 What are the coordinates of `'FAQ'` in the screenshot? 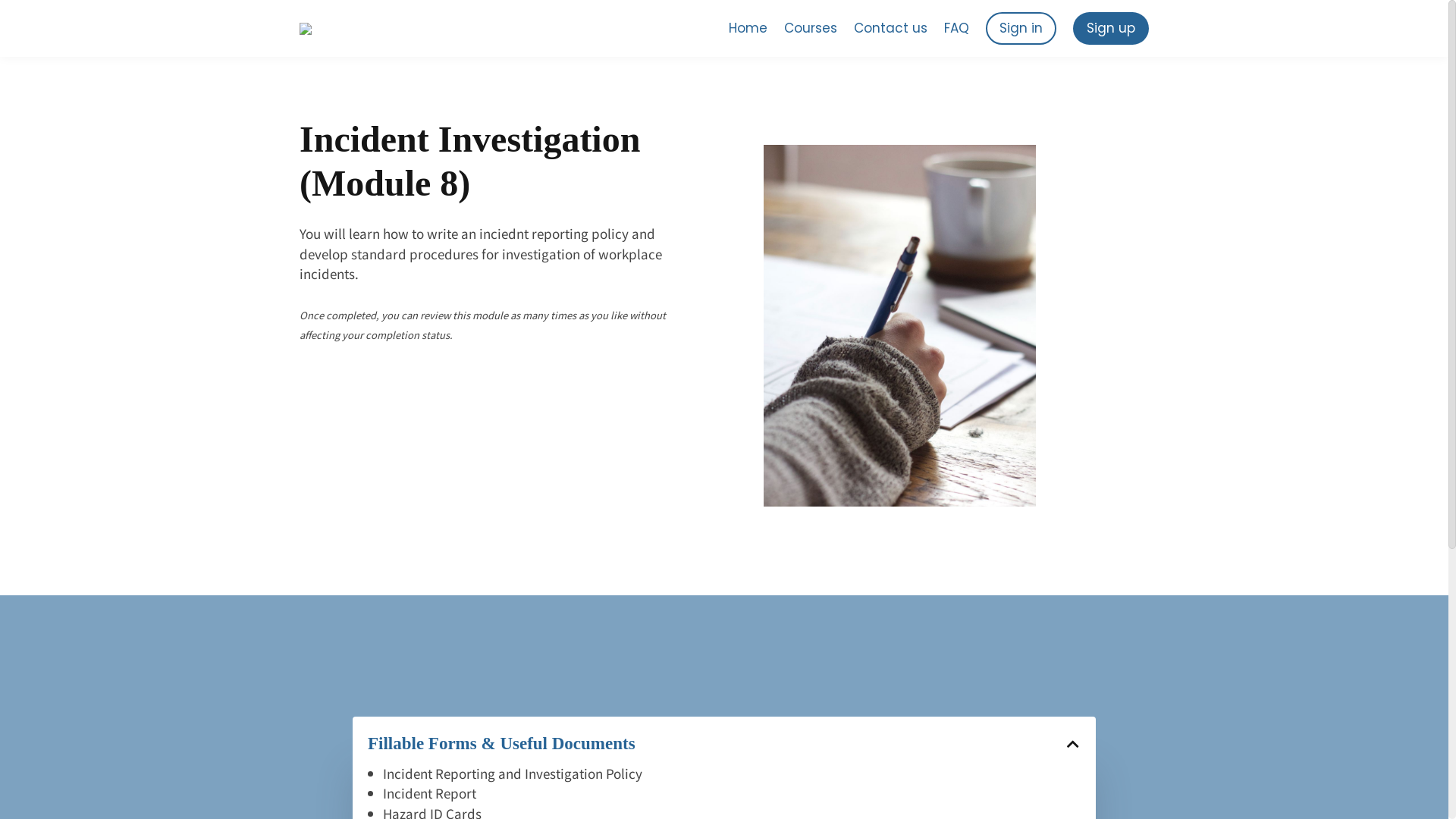 It's located at (955, 28).